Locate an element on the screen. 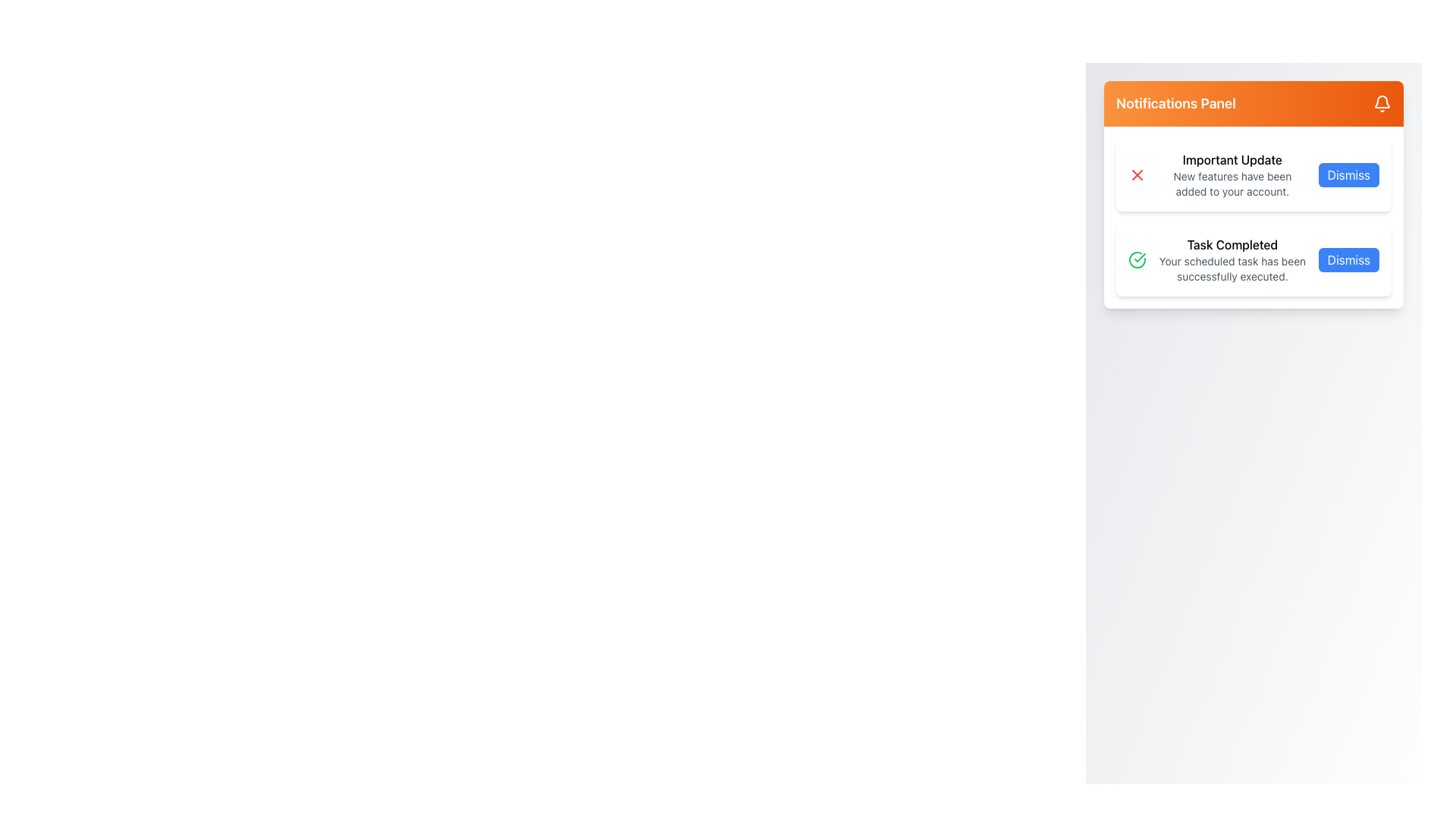 This screenshot has height=819, width=1456. the green circular checkmark icon that indicates success, located to the left of the 'Task Completed' text in the bottom notification card is located at coordinates (1137, 259).